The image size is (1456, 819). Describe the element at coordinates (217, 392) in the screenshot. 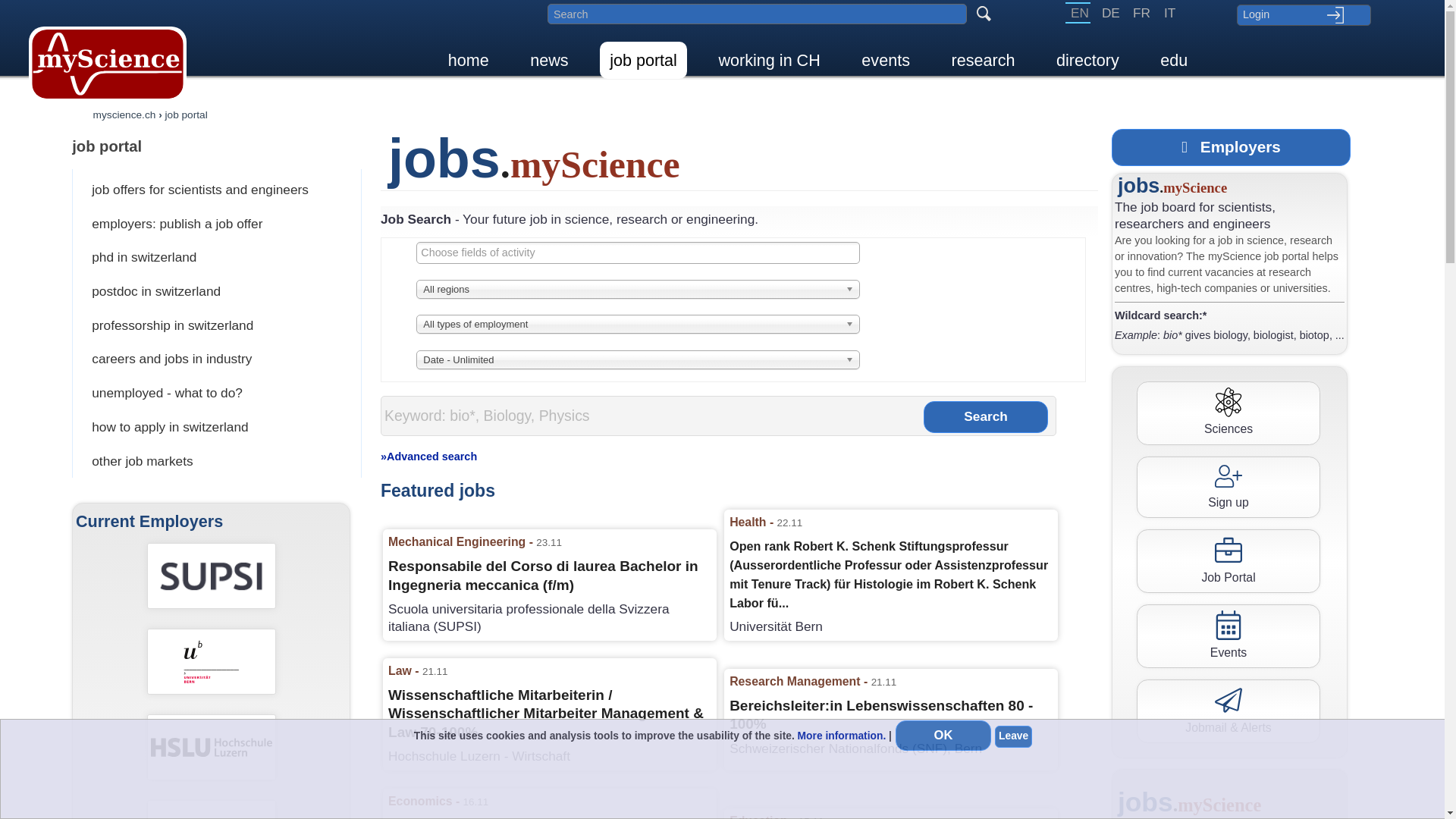

I see `'unemployed - what to do?'` at that location.